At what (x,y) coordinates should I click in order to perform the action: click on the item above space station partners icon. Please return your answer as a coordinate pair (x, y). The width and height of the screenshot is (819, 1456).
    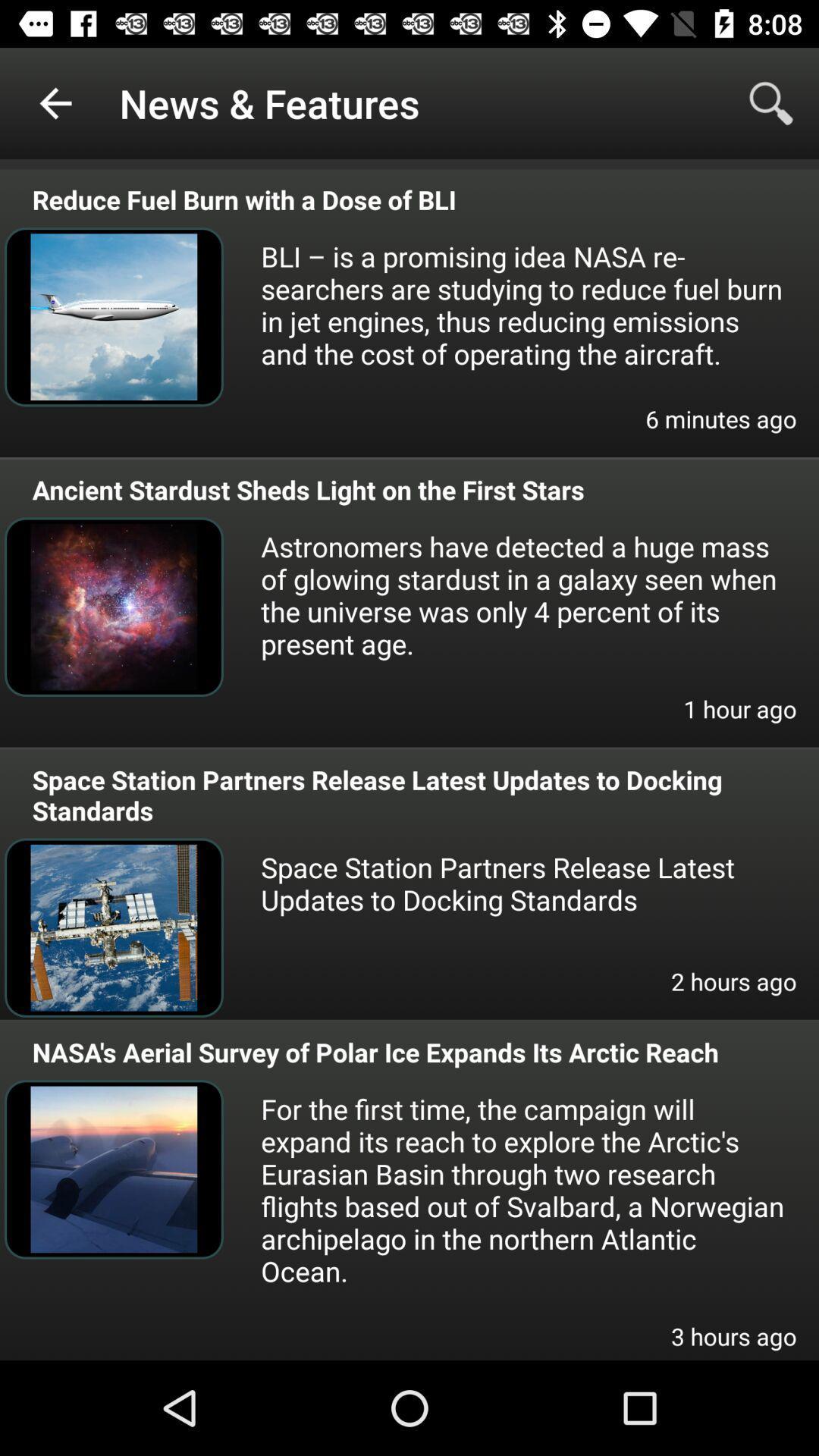
    Looking at the image, I should click on (739, 718).